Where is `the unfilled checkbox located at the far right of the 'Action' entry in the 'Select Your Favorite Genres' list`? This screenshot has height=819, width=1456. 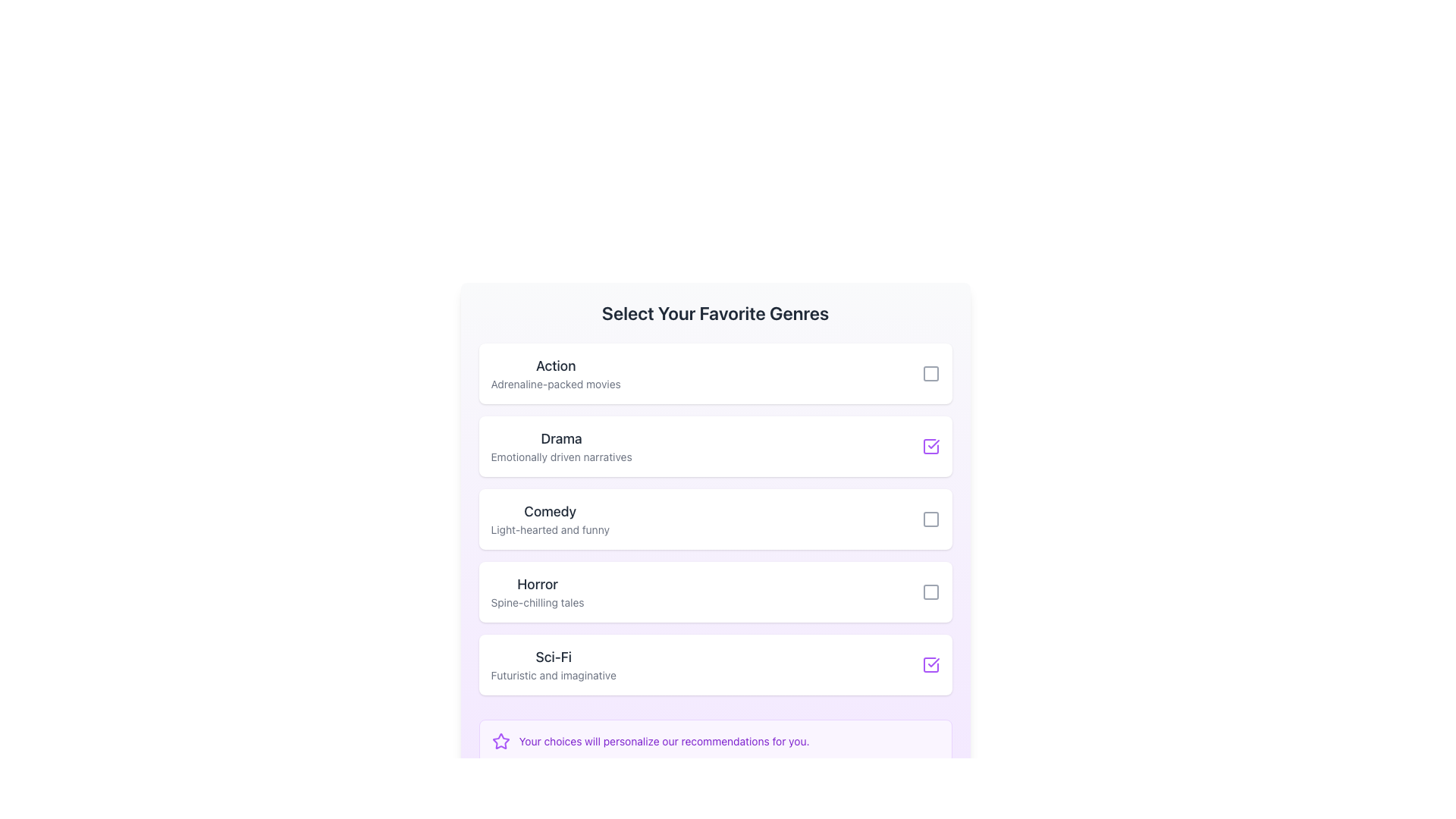
the unfilled checkbox located at the far right of the 'Action' entry in the 'Select Your Favorite Genres' list is located at coordinates (930, 374).